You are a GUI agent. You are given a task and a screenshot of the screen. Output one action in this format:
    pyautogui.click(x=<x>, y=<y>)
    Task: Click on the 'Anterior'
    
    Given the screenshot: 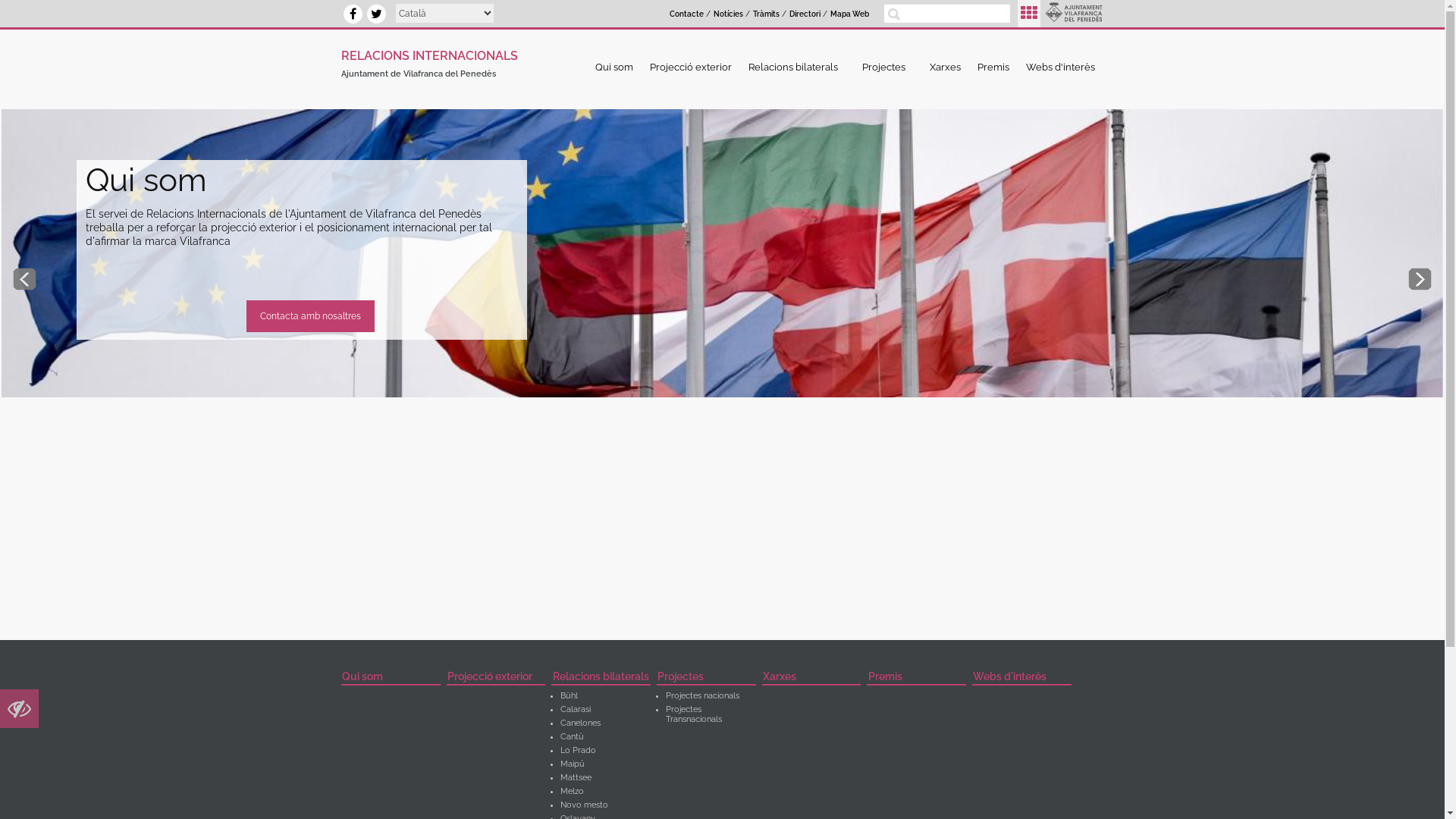 What is the action you would take?
    pyautogui.click(x=24, y=278)
    